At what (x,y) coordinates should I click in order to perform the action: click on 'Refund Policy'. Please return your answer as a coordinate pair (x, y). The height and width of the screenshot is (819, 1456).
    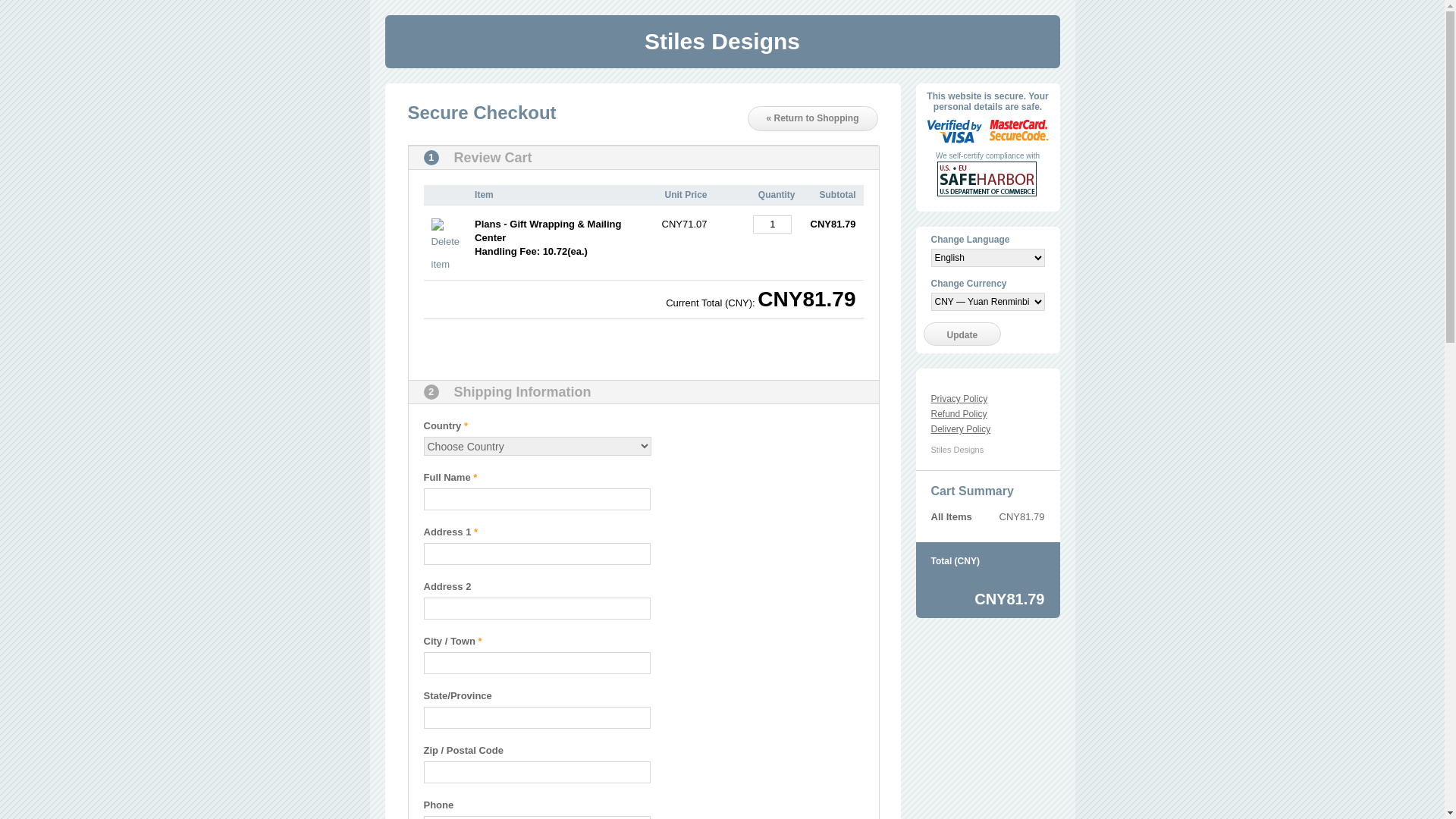
    Looking at the image, I should click on (959, 414).